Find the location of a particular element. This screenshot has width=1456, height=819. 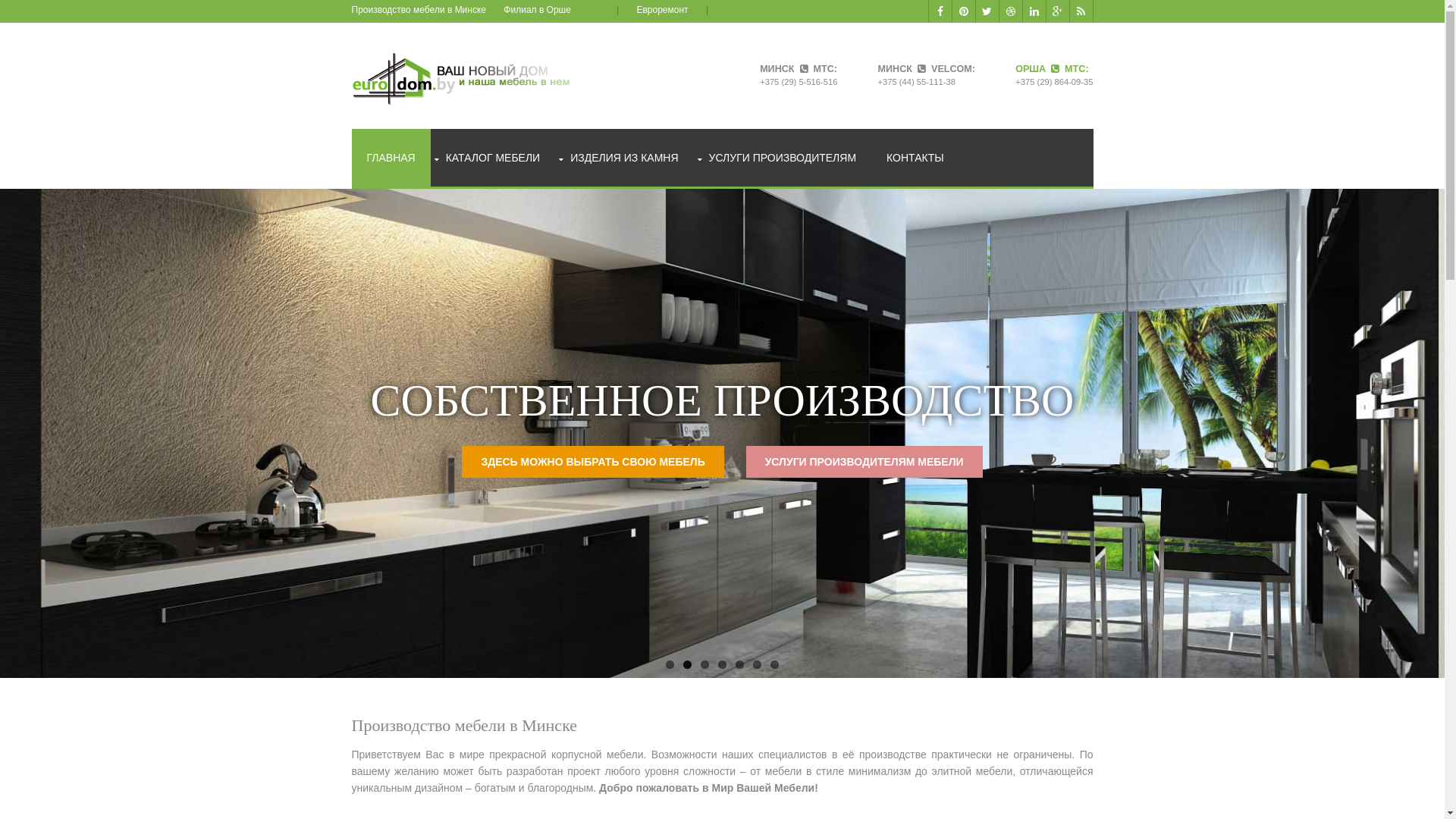

'7' is located at coordinates (774, 664).